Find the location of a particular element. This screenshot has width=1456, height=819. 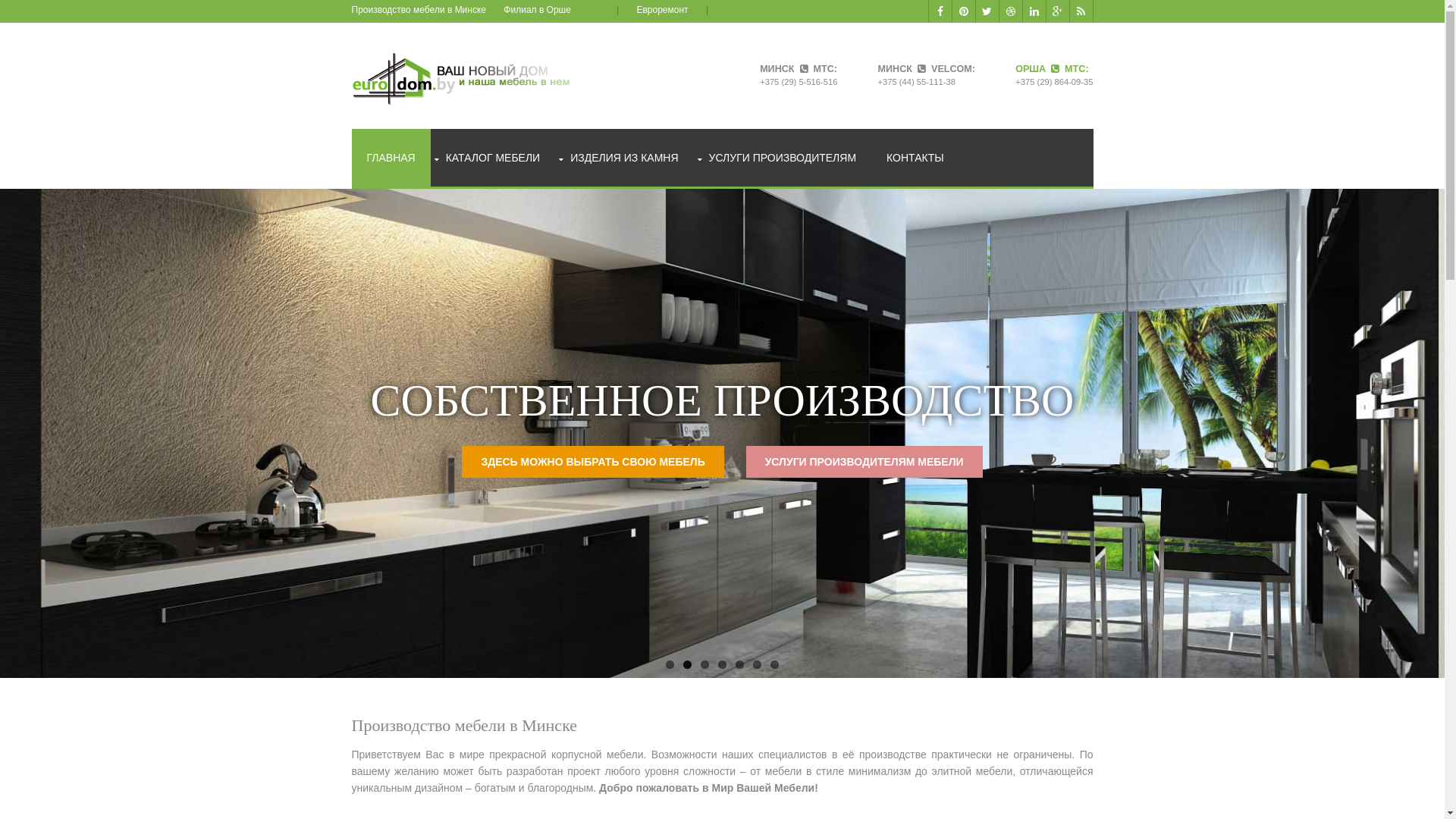

'7' is located at coordinates (774, 664).